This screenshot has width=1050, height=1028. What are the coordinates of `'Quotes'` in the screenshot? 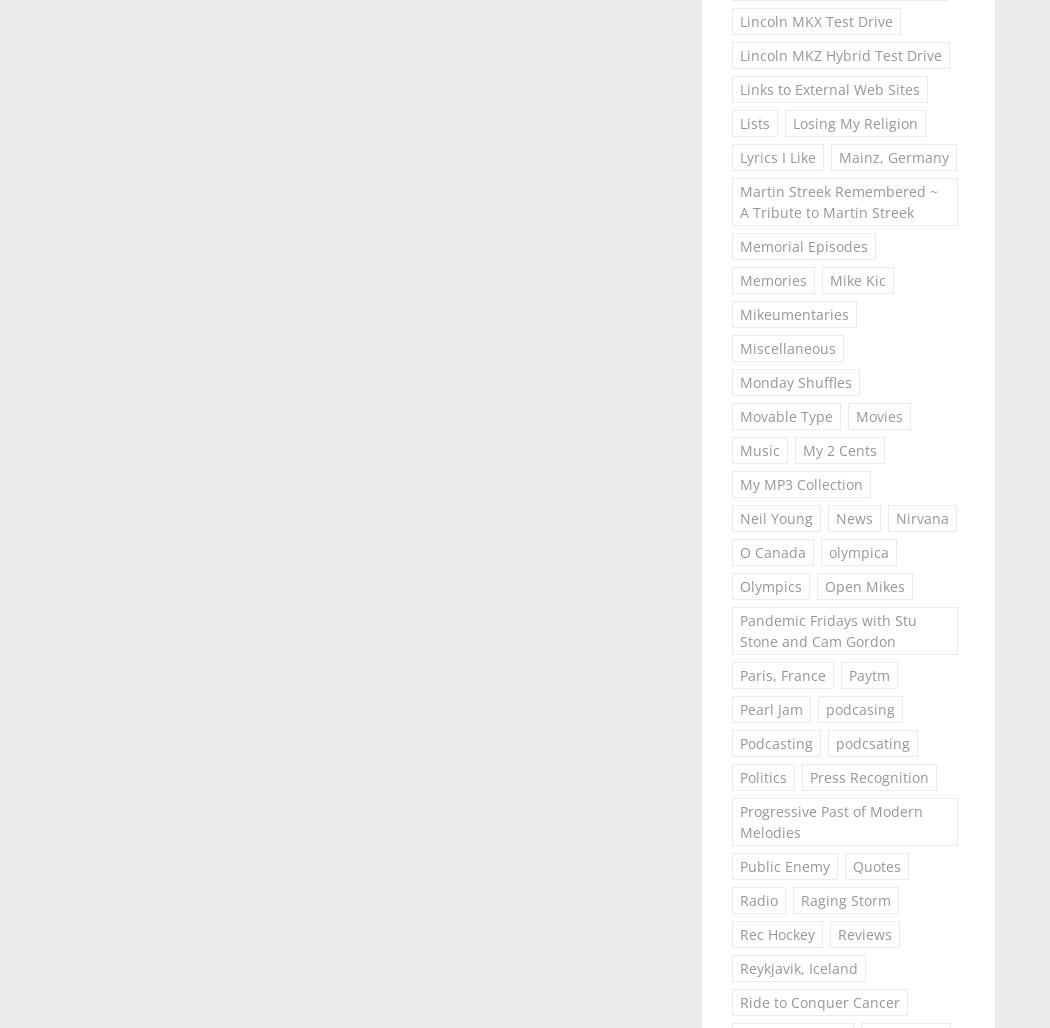 It's located at (875, 865).